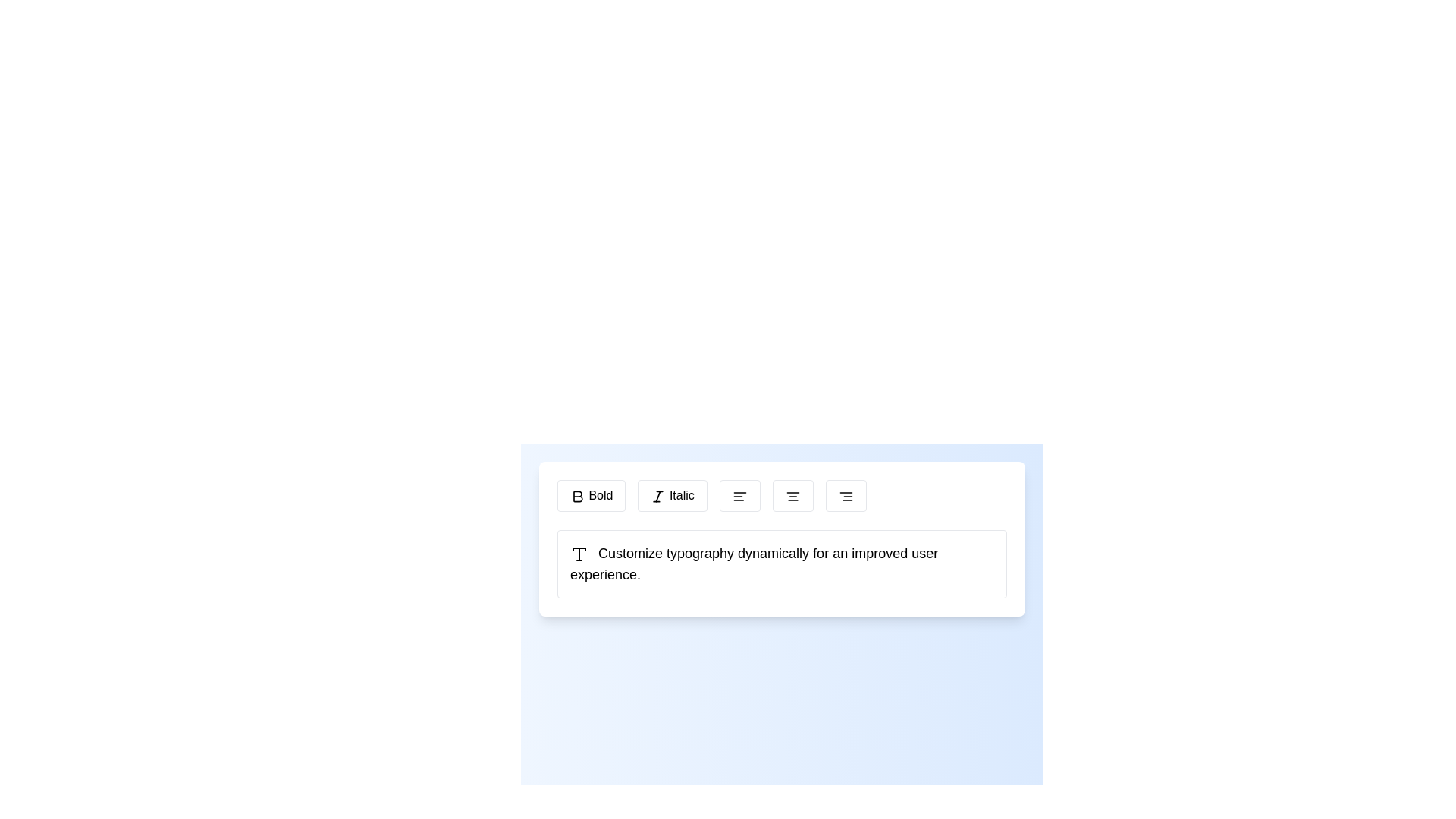  Describe the element at coordinates (672, 496) in the screenshot. I see `the 'Italic' button with a slanted italic 'I' icon` at that location.